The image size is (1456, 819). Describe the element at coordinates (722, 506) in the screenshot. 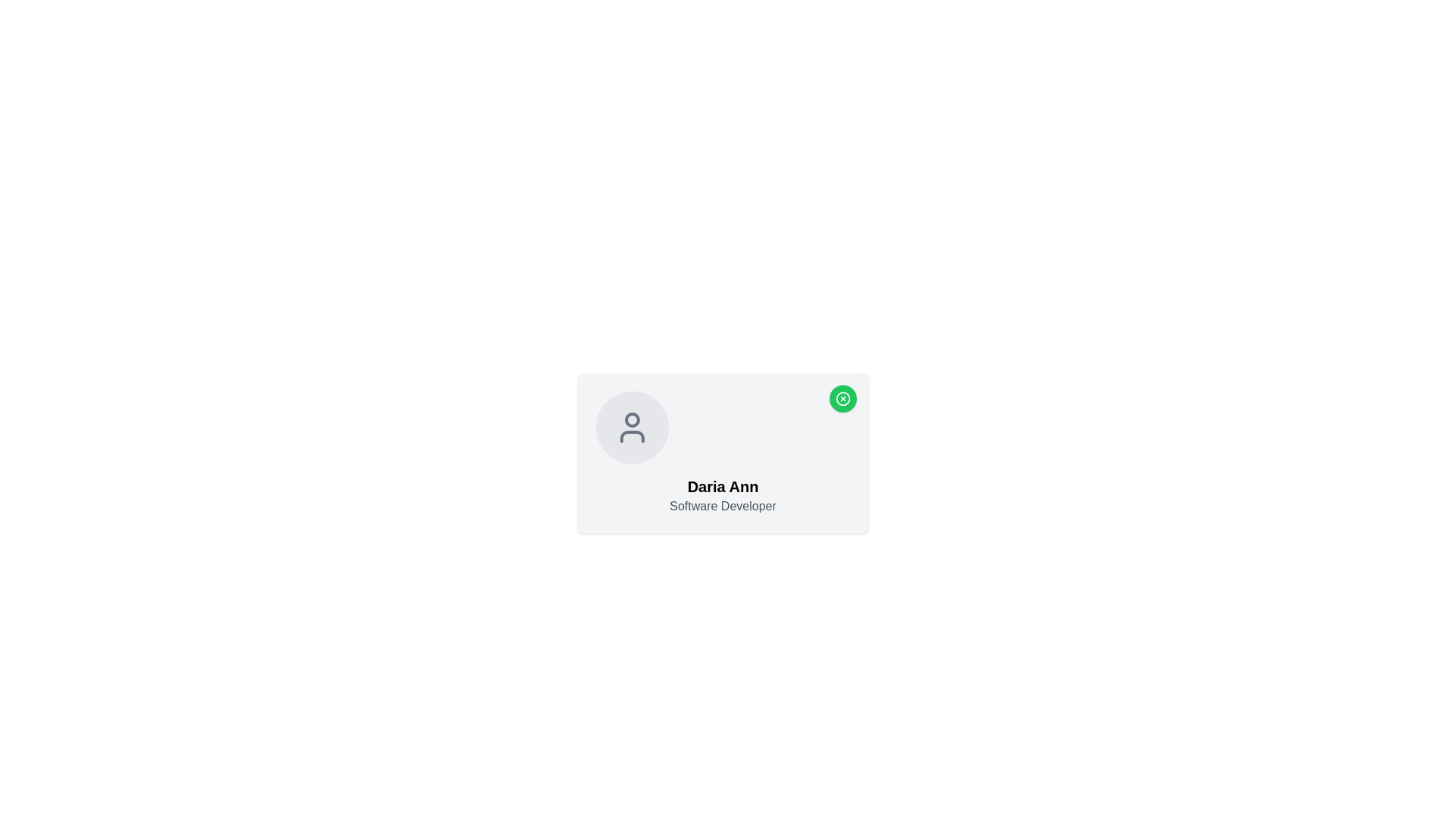

I see `the static text displaying 'Software Developer' in gray font, located below 'Daria Ann'` at that location.